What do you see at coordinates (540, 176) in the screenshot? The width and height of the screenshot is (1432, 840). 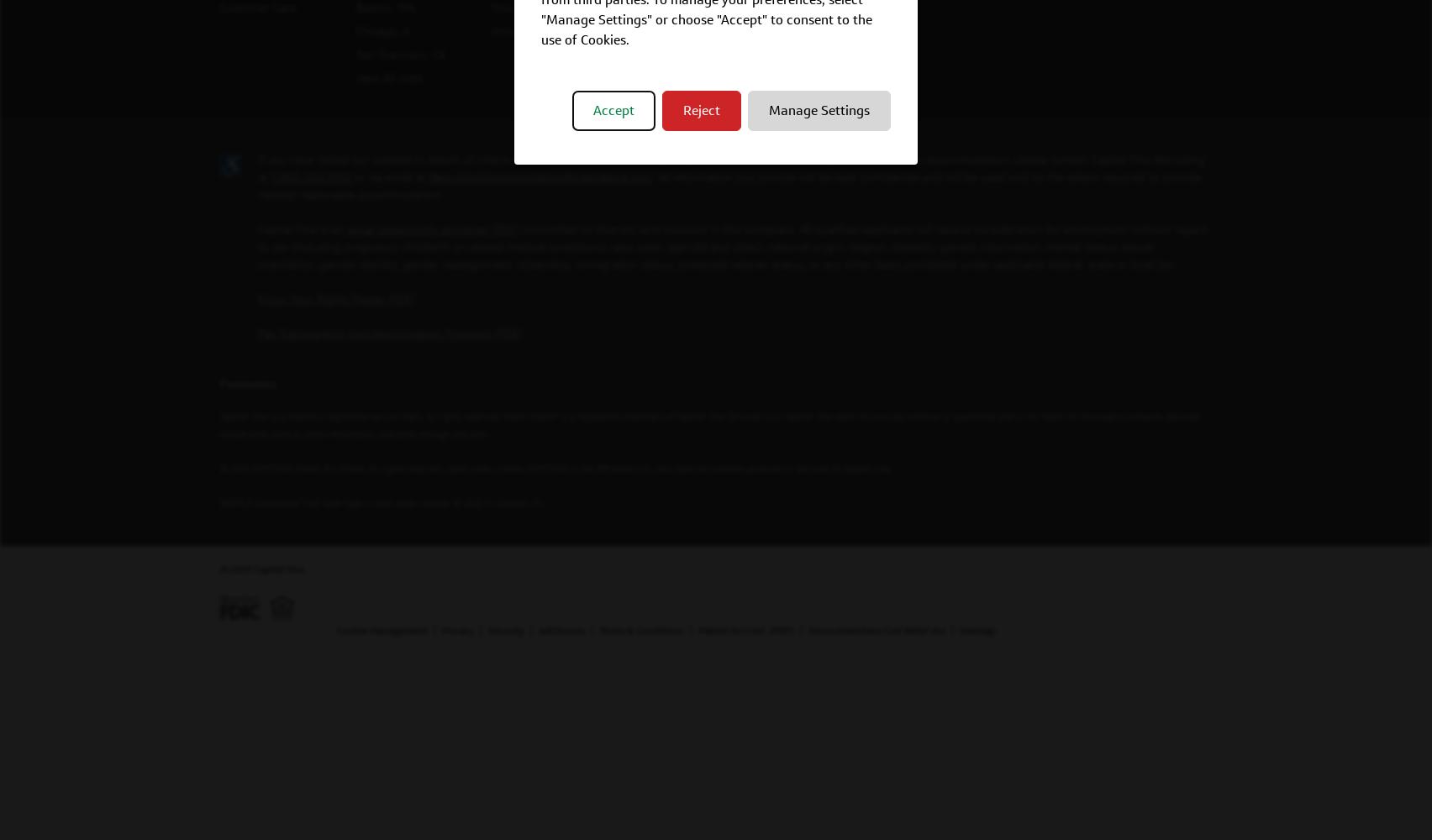 I see `'RecruitingAccommodation@capitalone.com'` at bounding box center [540, 176].